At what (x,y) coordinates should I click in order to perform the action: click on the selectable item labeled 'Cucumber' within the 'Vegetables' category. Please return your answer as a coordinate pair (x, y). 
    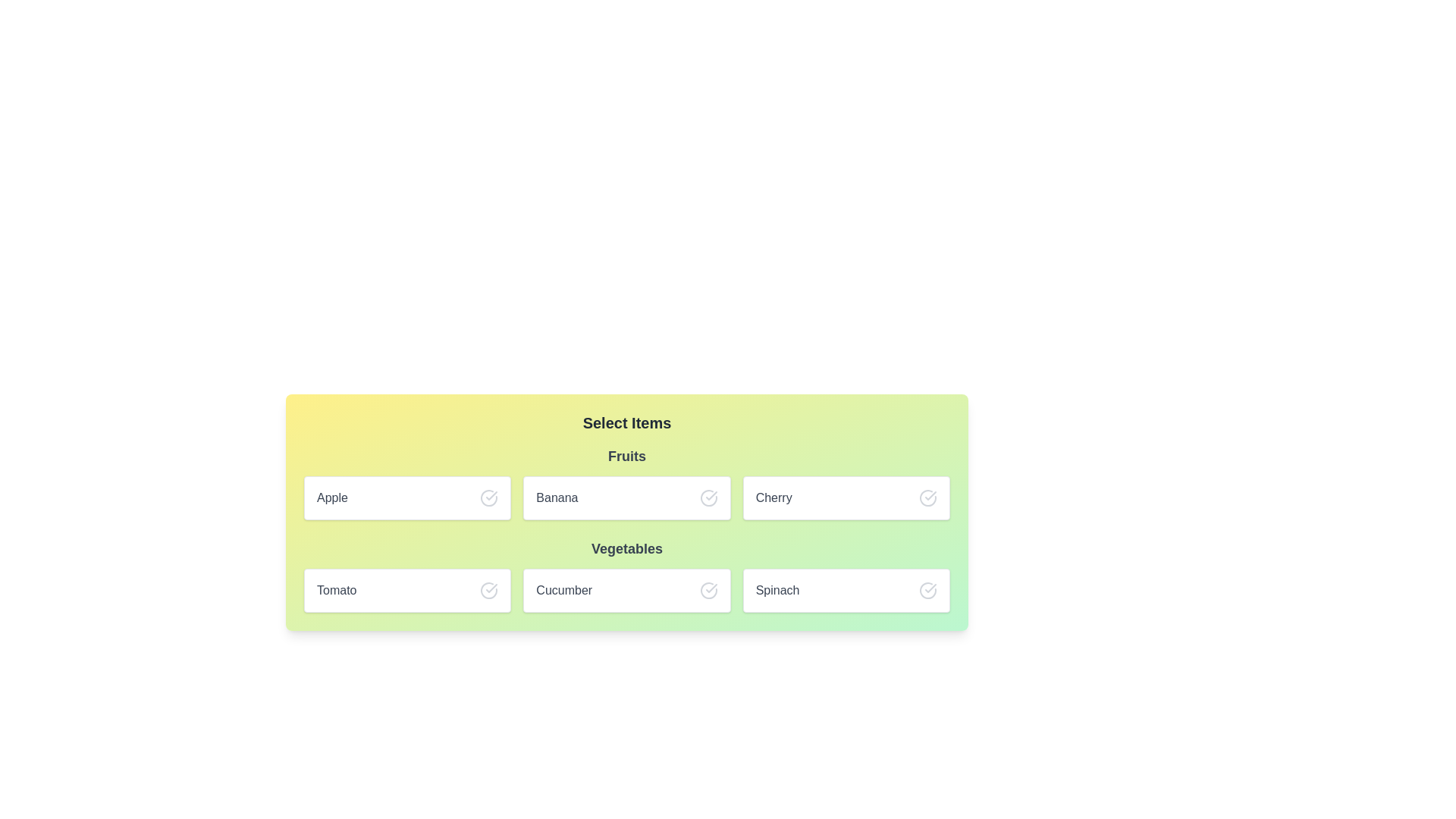
    Looking at the image, I should click on (626, 576).